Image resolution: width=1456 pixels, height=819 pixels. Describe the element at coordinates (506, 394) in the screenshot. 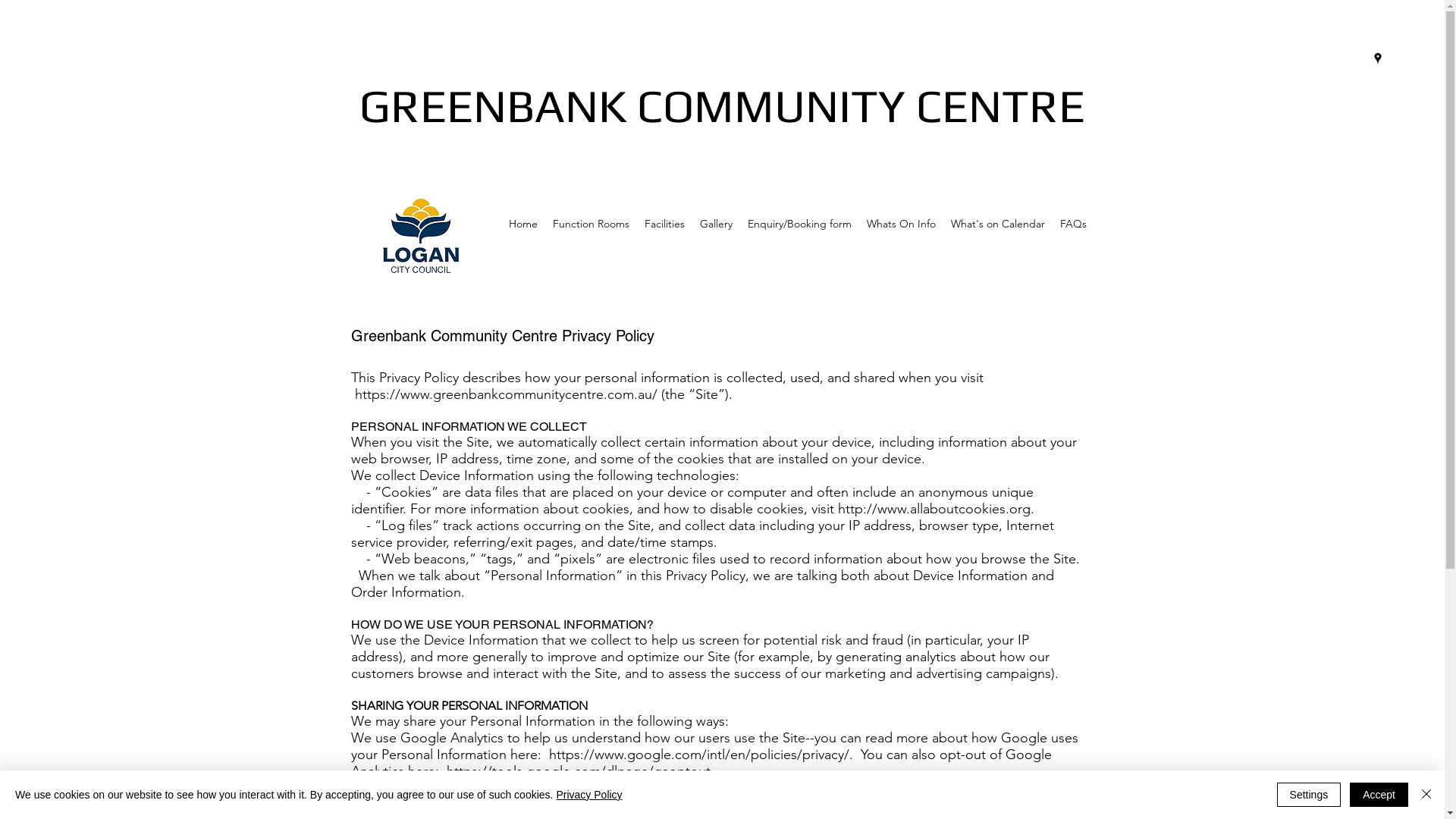

I see `'https://www.greenbankcommunitycentre.com.au/'` at that location.